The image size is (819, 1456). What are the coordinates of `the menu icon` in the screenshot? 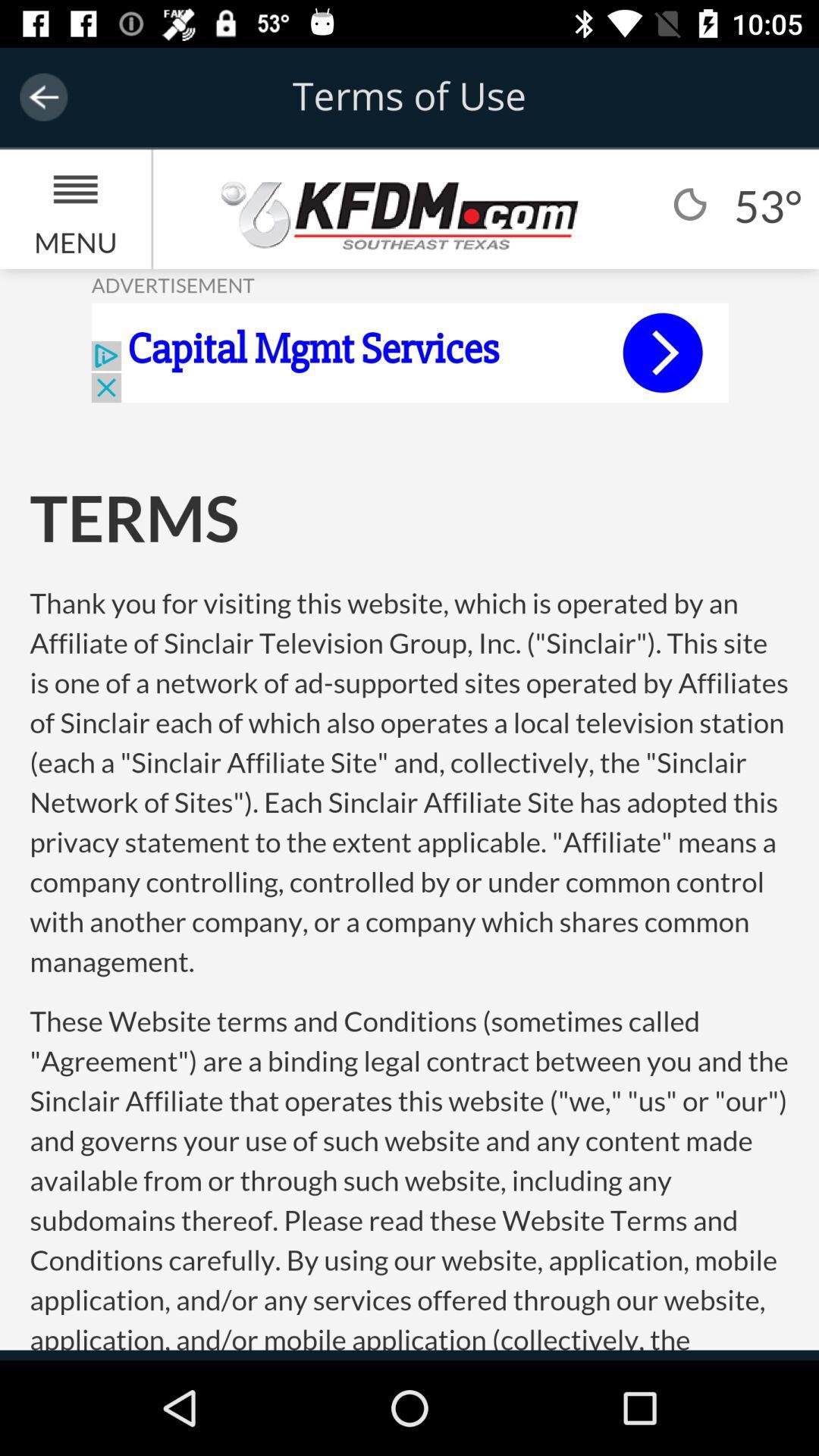 It's located at (99, 182).